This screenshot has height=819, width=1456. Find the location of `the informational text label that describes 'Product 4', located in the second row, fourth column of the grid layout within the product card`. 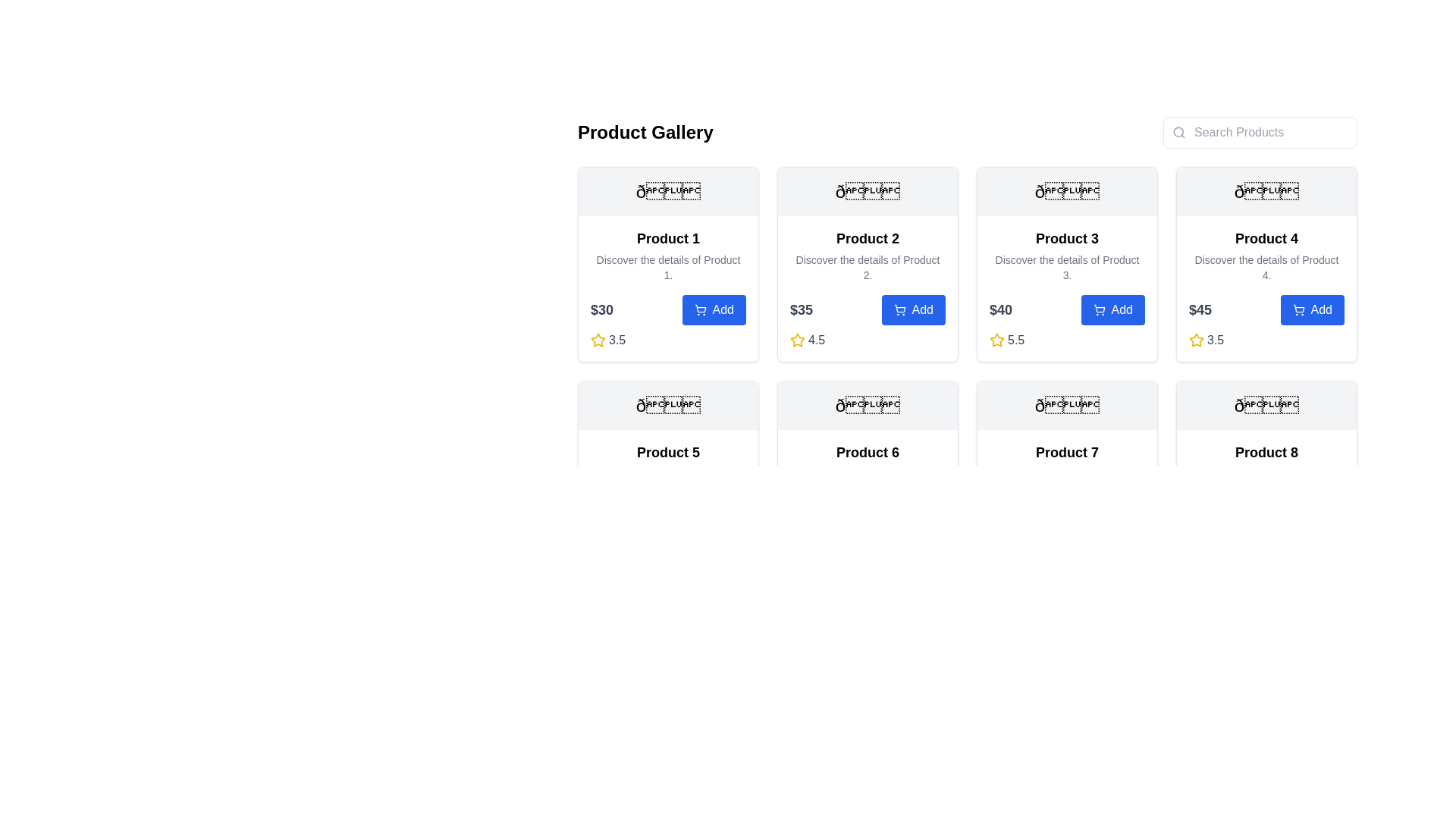

the informational text label that describes 'Product 4', located in the second row, fourth column of the grid layout within the product card is located at coordinates (1266, 267).